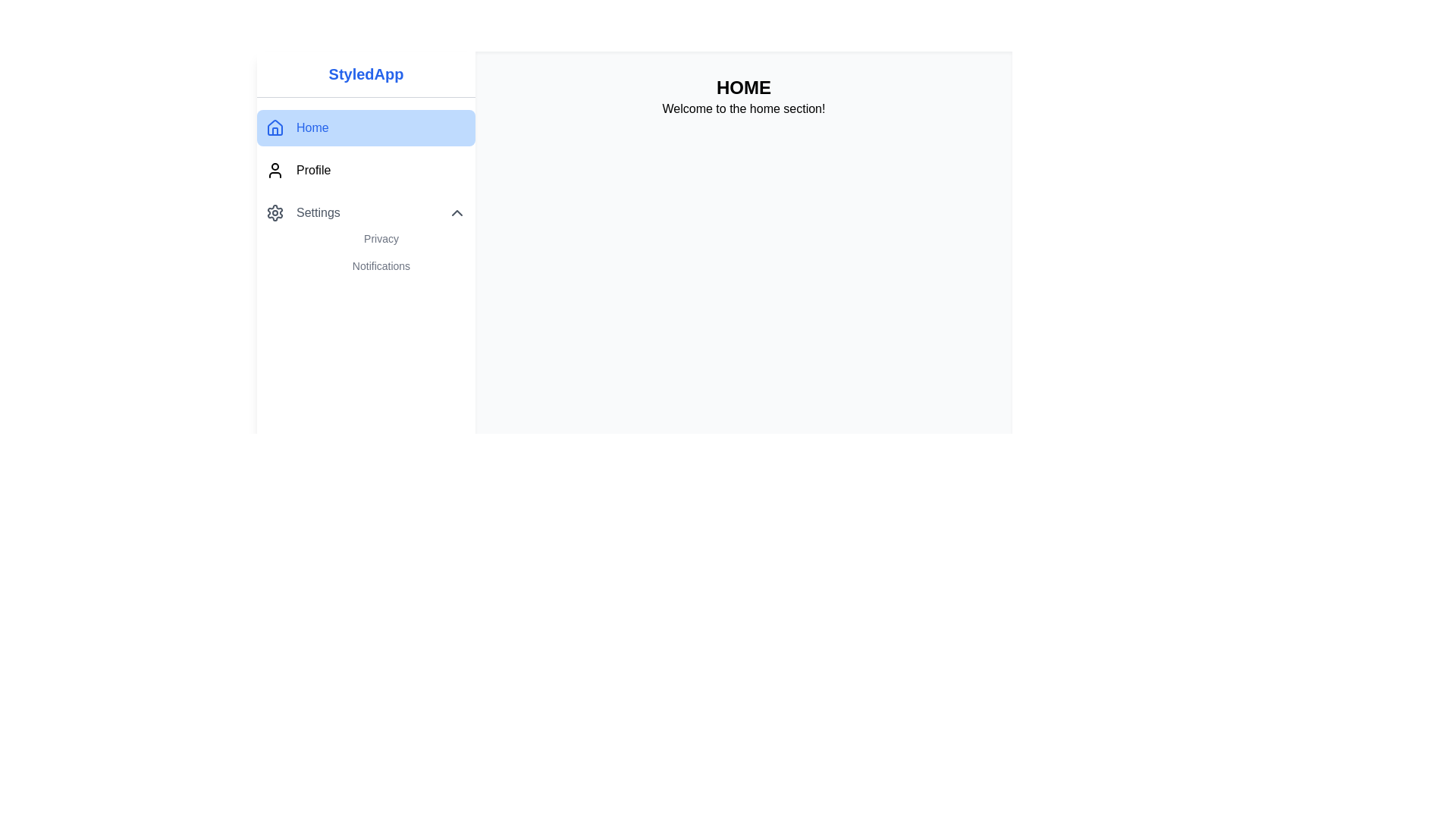 This screenshot has width=1456, height=819. Describe the element at coordinates (275, 127) in the screenshot. I see `the house icon in the sidebar, which serves as the 'Home' option in the navigation menu, prominently located at the top` at that location.